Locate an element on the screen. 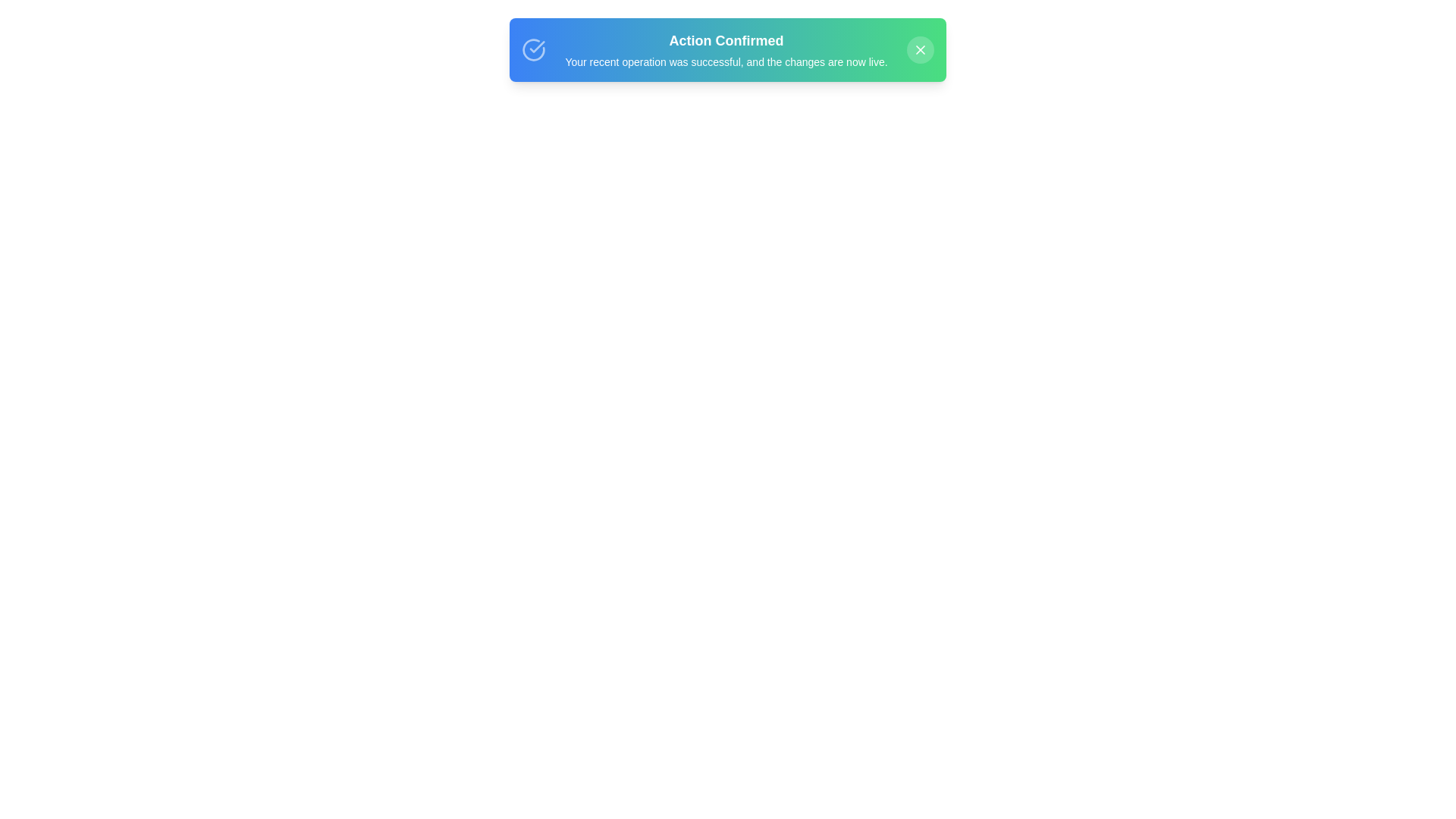 The image size is (1456, 819). the close button of the snackbar to close it is located at coordinates (920, 49).